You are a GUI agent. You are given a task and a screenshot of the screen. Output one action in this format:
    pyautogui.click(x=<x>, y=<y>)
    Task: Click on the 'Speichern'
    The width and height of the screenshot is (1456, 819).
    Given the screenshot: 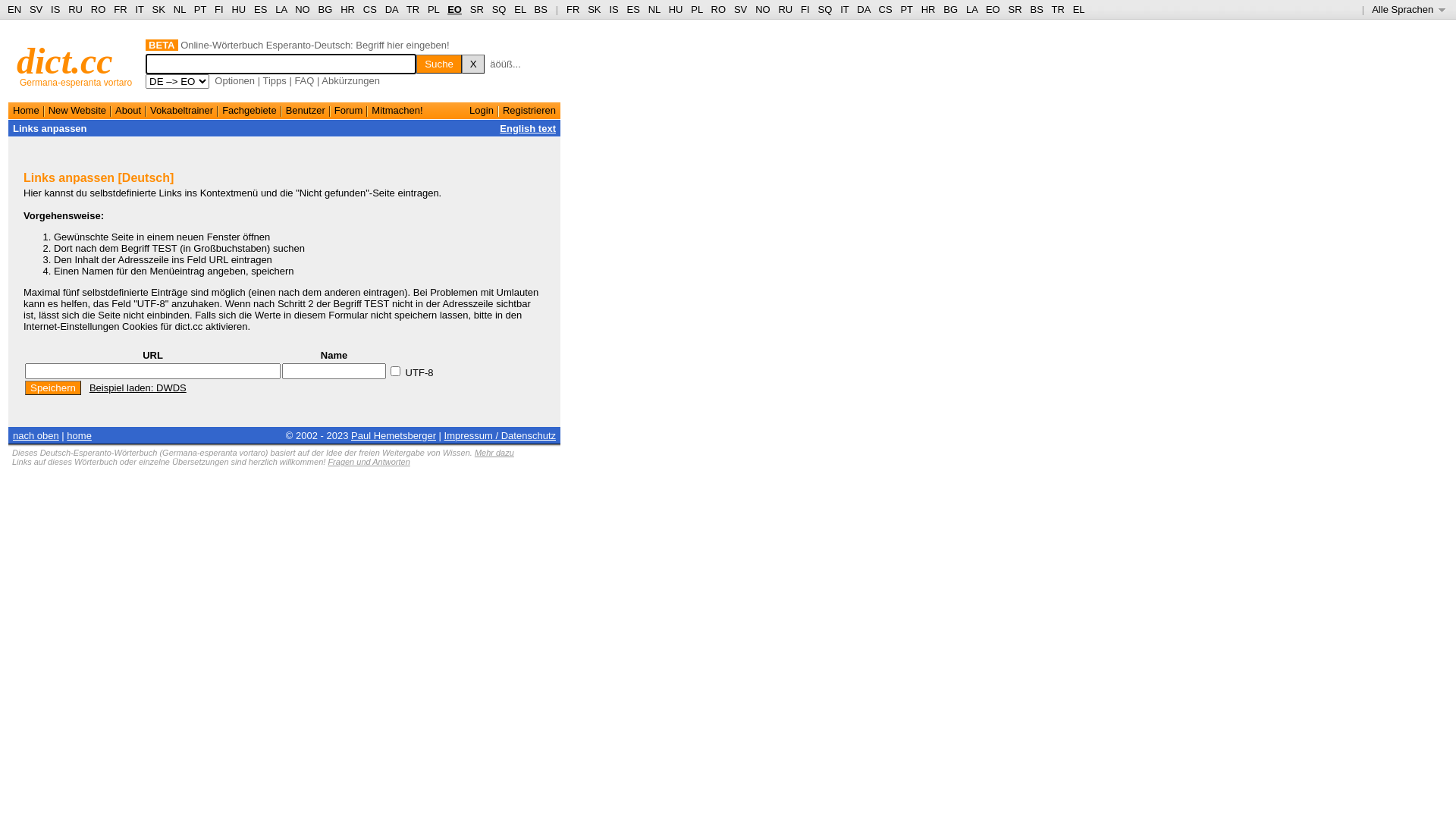 What is the action you would take?
    pyautogui.click(x=53, y=387)
    